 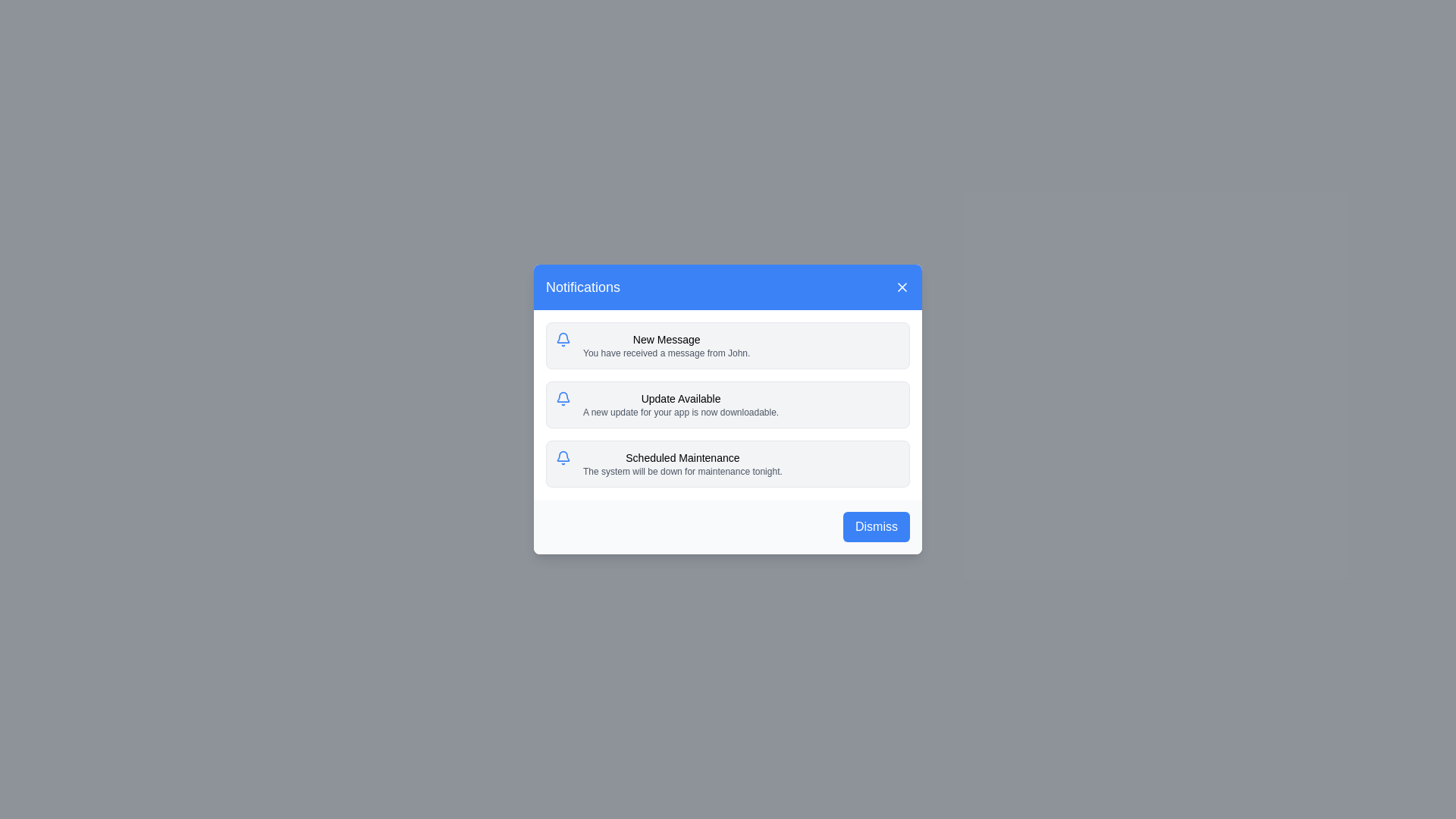 I want to click on the Close Button, which is a small button with an X icon located, so click(x=902, y=287).